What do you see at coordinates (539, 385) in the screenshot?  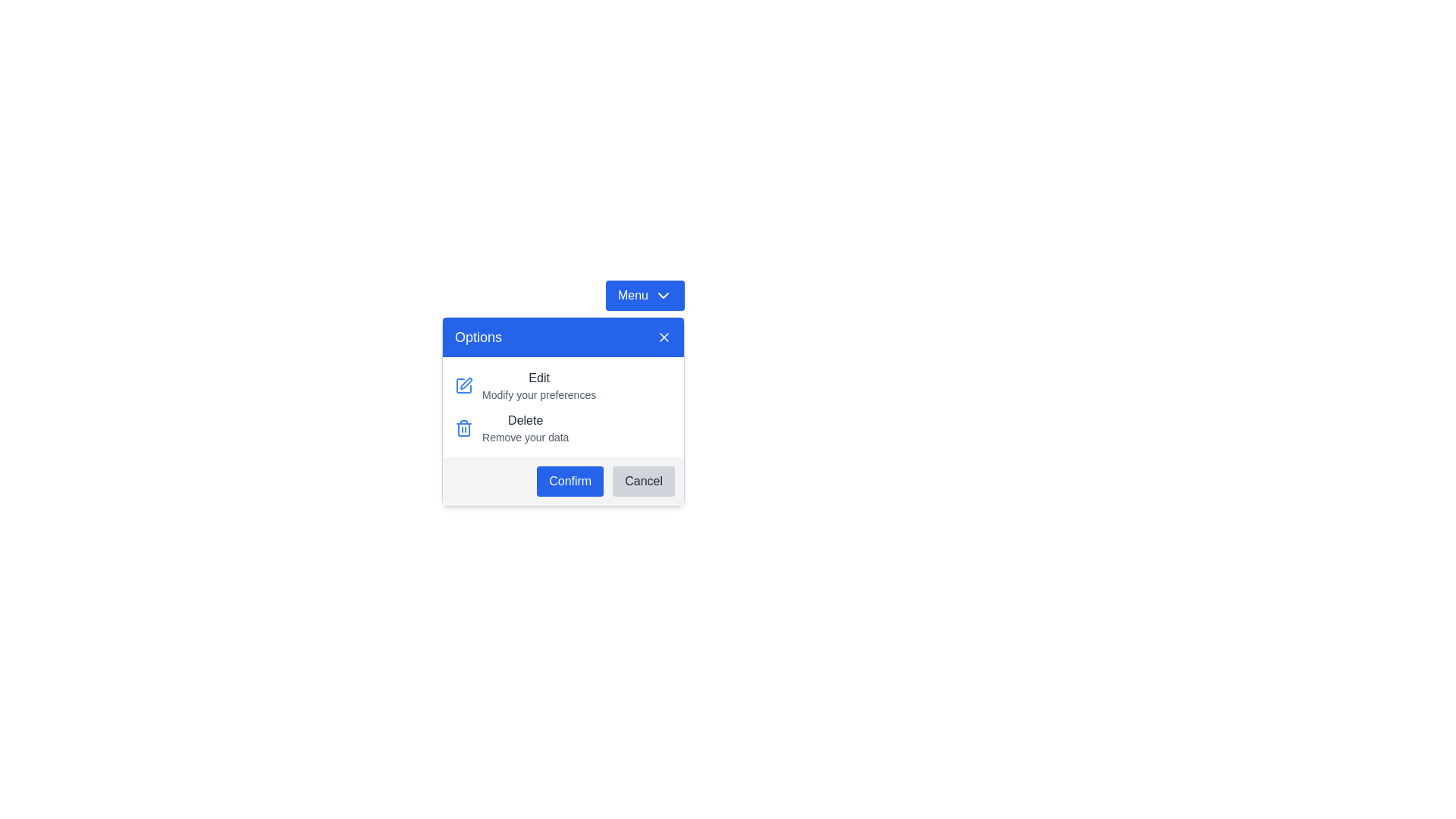 I see `the text label for modifying or editing preferences located in the 'Options' modal dialog` at bounding box center [539, 385].